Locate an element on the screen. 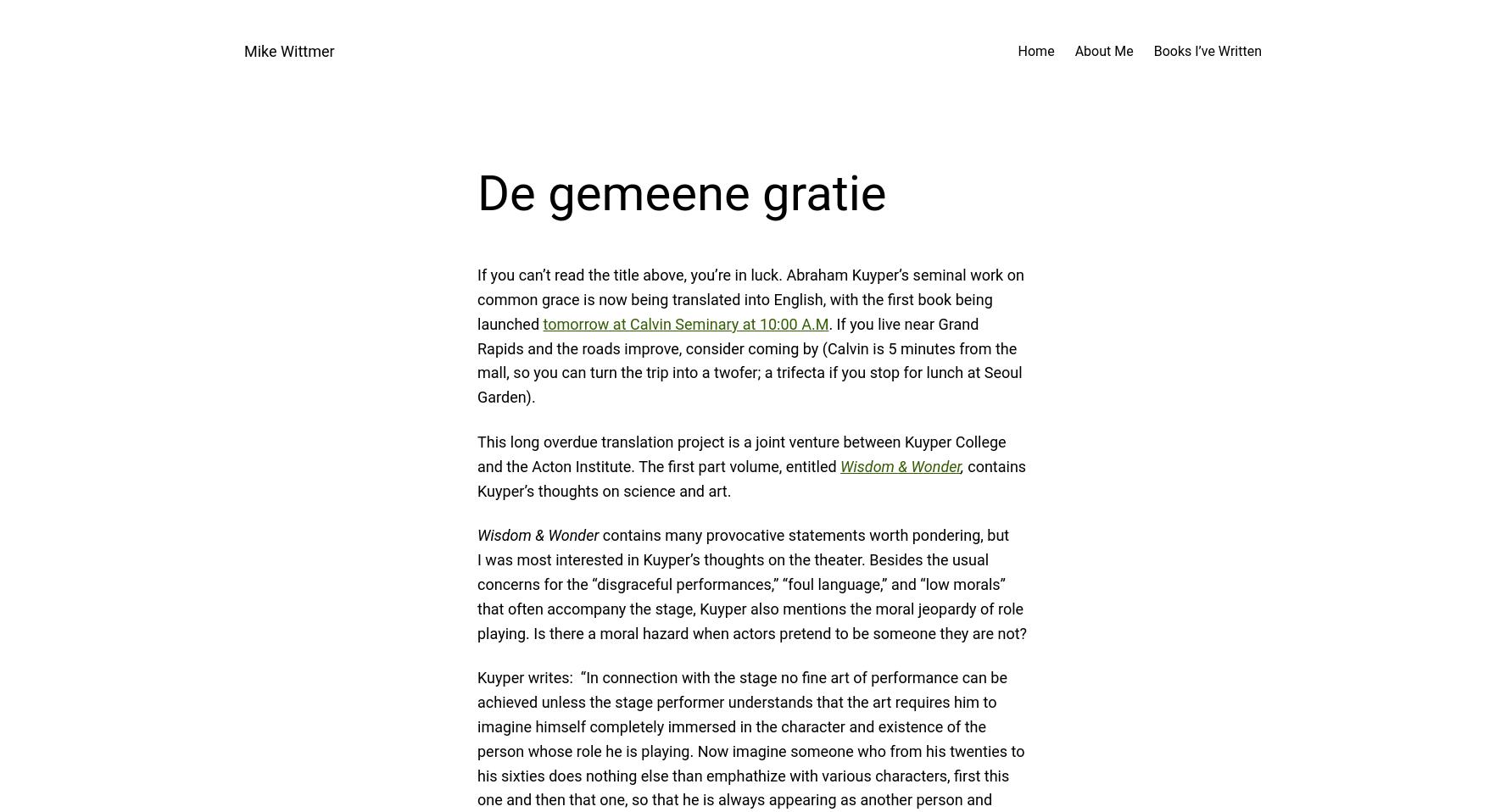  'De gemeene gratie' is located at coordinates (477, 192).